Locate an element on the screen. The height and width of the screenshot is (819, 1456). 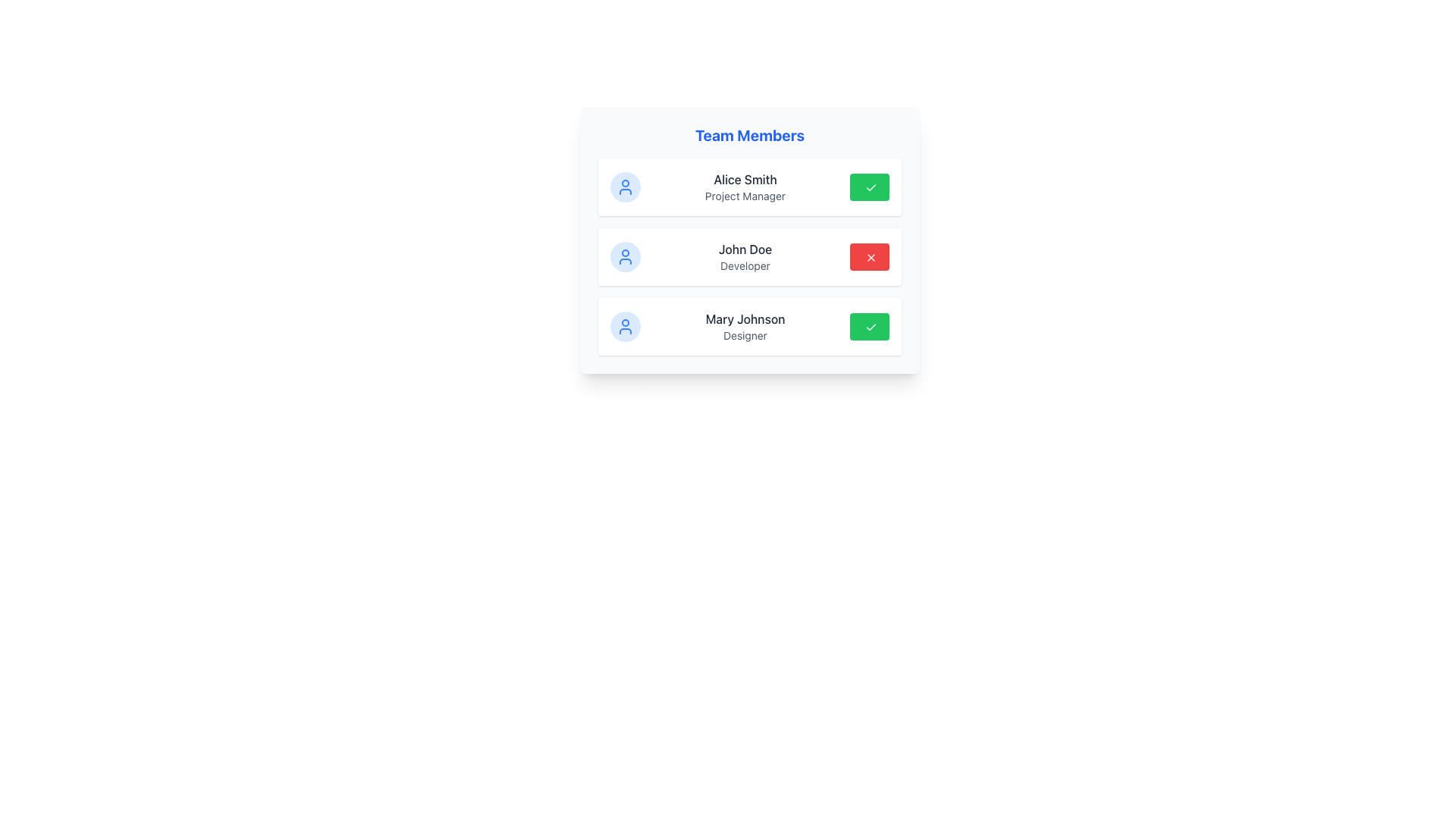
the text label that indicates the role 'Developer' of the individual 'John Doe' in the middle entry of the 'Team Members' list is located at coordinates (745, 265).